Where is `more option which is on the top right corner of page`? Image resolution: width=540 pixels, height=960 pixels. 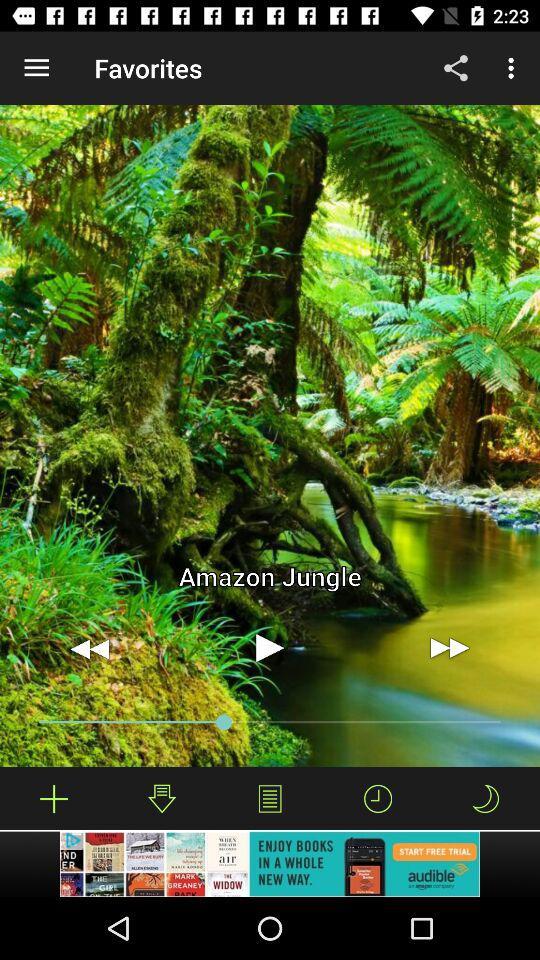 more option which is on the top right corner of page is located at coordinates (514, 68).